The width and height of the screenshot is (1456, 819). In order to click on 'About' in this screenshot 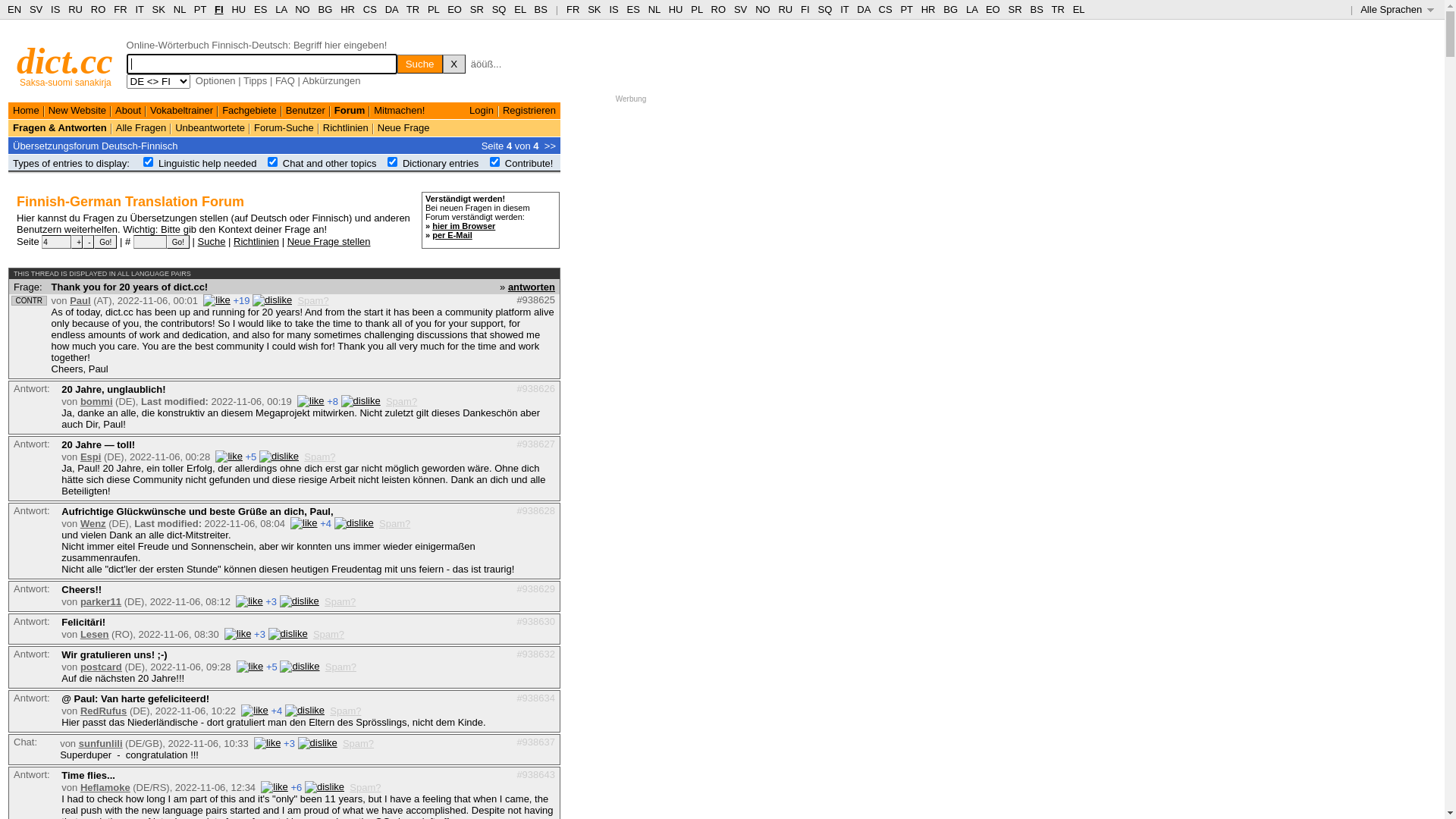, I will do `click(127, 109)`.